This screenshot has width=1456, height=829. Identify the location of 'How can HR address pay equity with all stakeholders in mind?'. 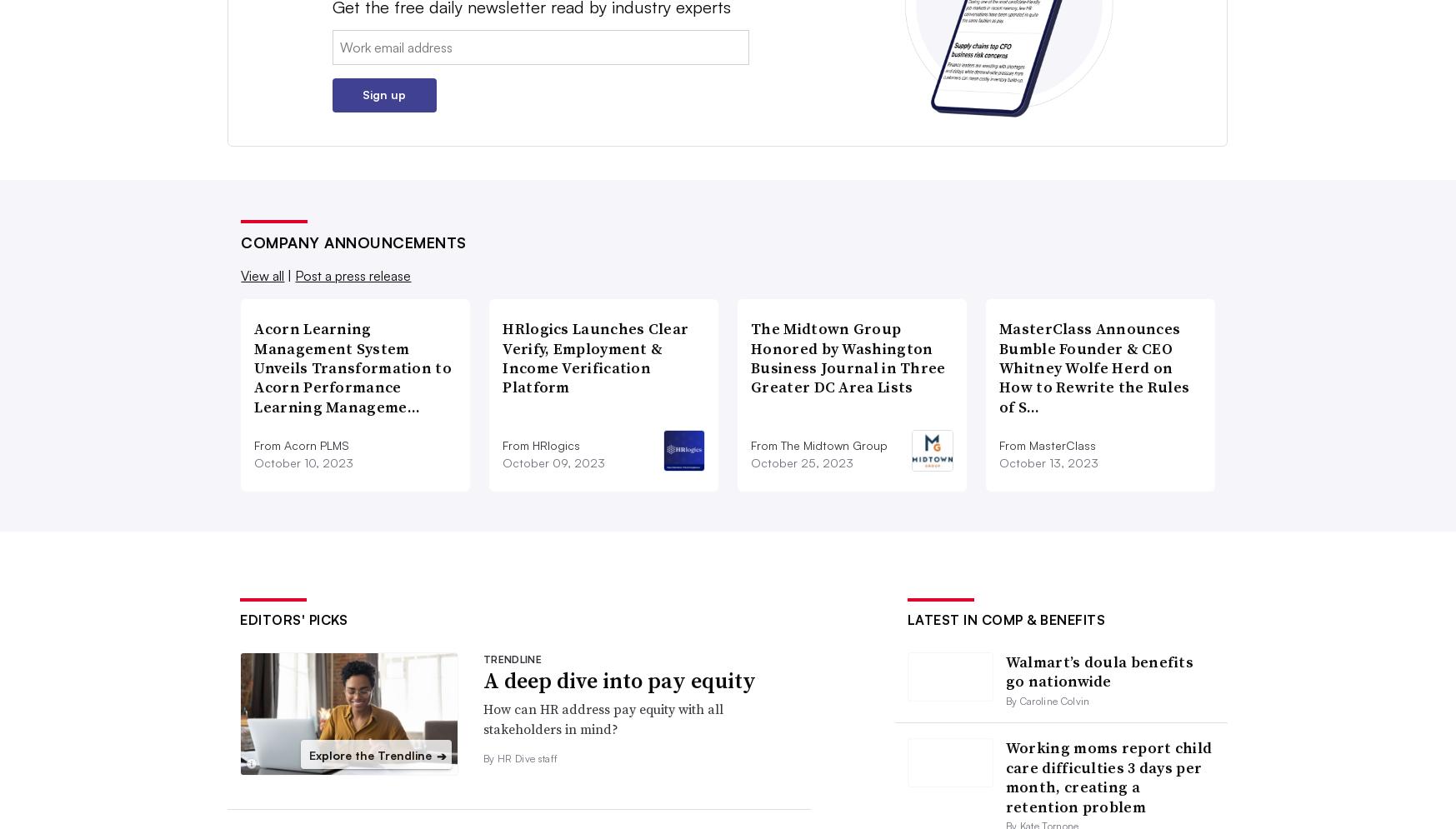
(603, 717).